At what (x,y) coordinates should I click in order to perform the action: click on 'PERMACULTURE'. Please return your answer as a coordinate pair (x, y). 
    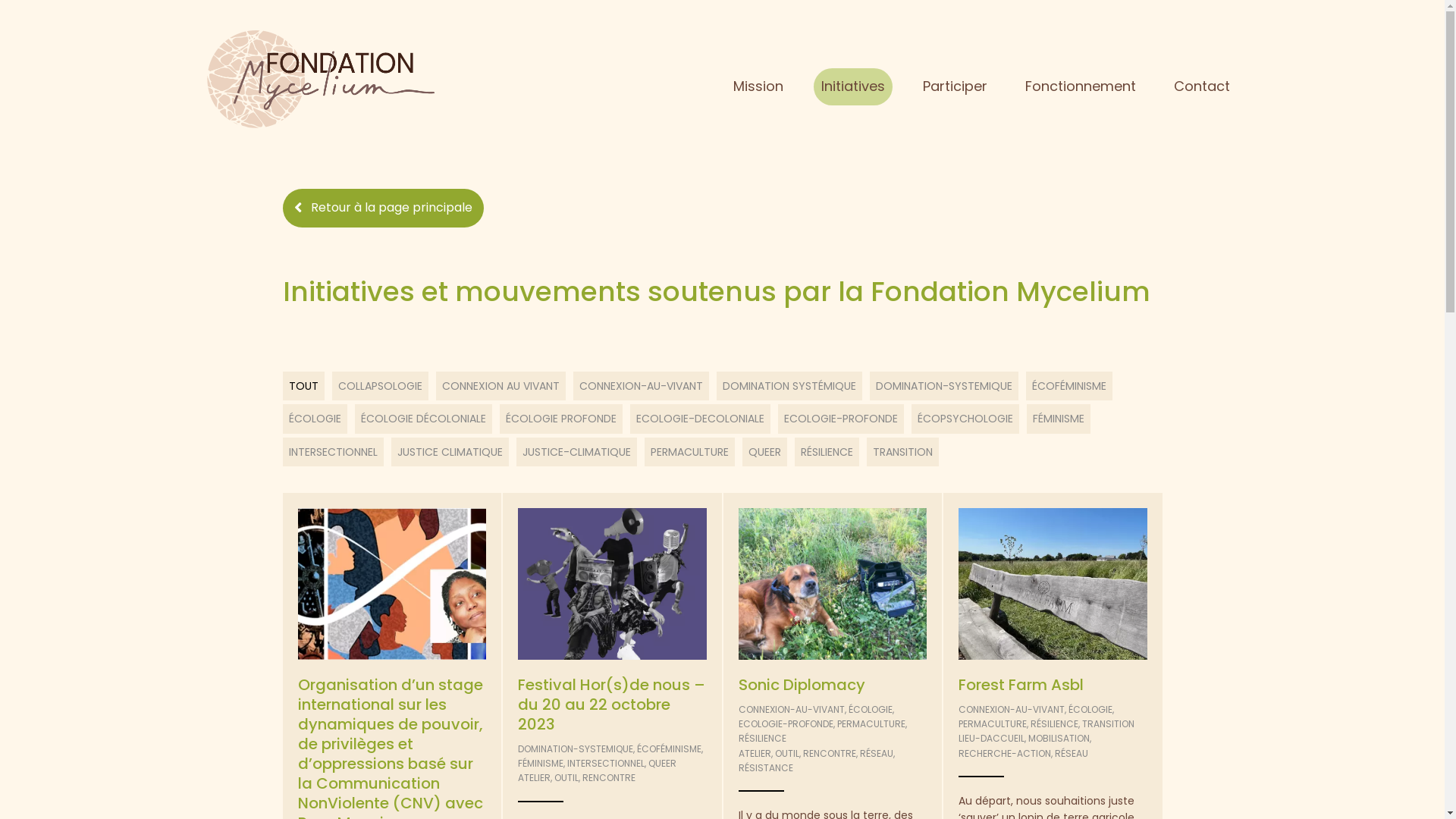
    Looking at the image, I should click on (993, 723).